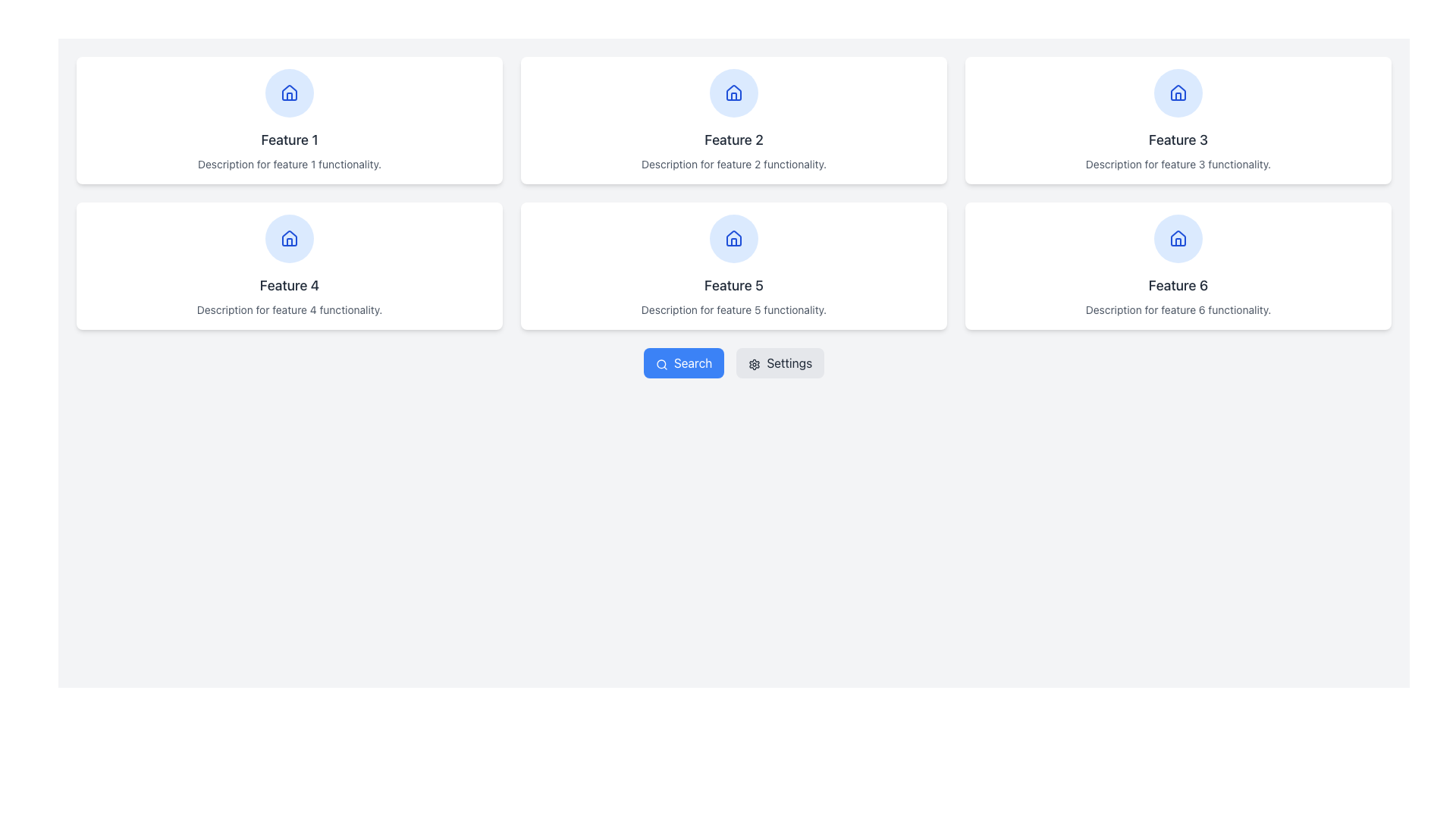  What do you see at coordinates (734, 119) in the screenshot?
I see `the house icon on the Feature 2 card, which is the second card in the first row of the grid layout` at bounding box center [734, 119].